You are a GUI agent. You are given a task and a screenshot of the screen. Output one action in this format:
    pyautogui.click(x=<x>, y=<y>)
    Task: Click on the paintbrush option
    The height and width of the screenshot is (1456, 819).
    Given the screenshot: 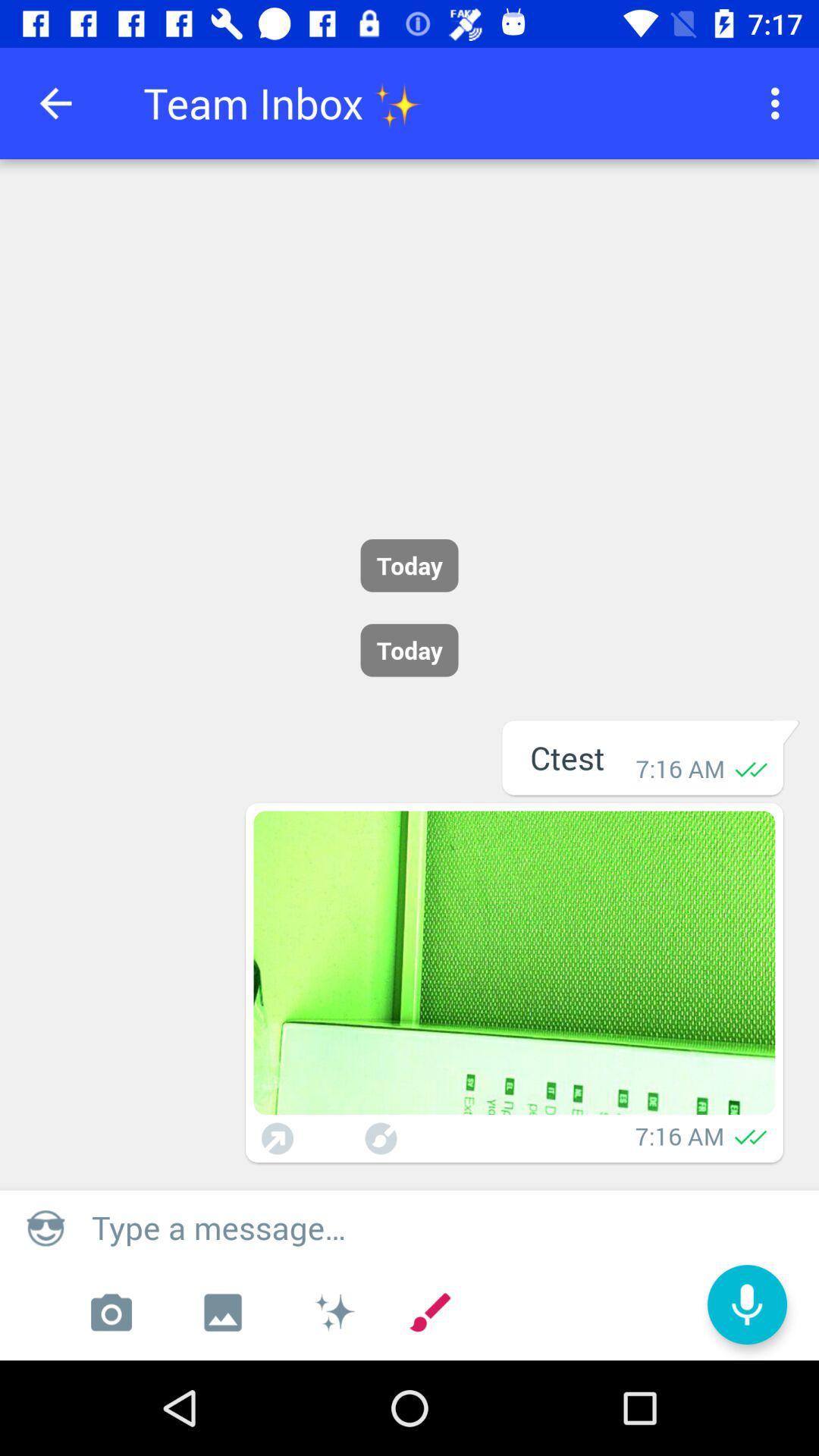 What is the action you would take?
    pyautogui.click(x=380, y=1138)
    